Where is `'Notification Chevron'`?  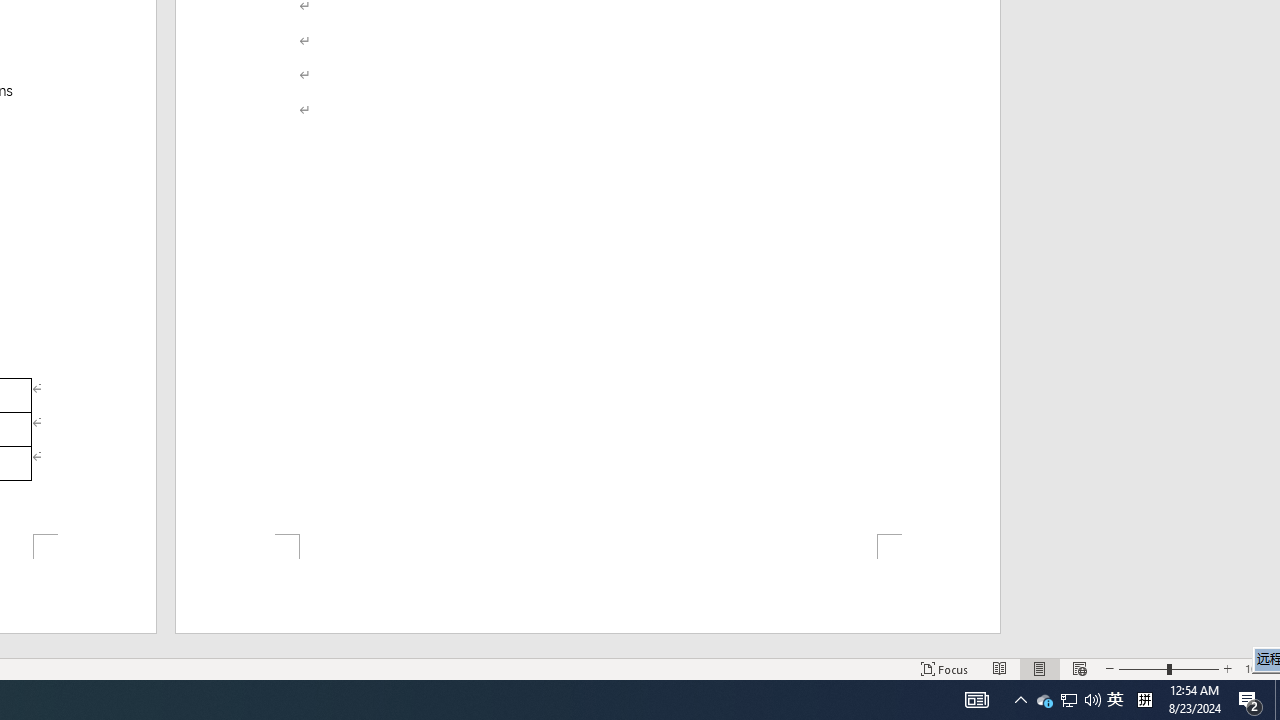
'Notification Chevron' is located at coordinates (1020, 698).